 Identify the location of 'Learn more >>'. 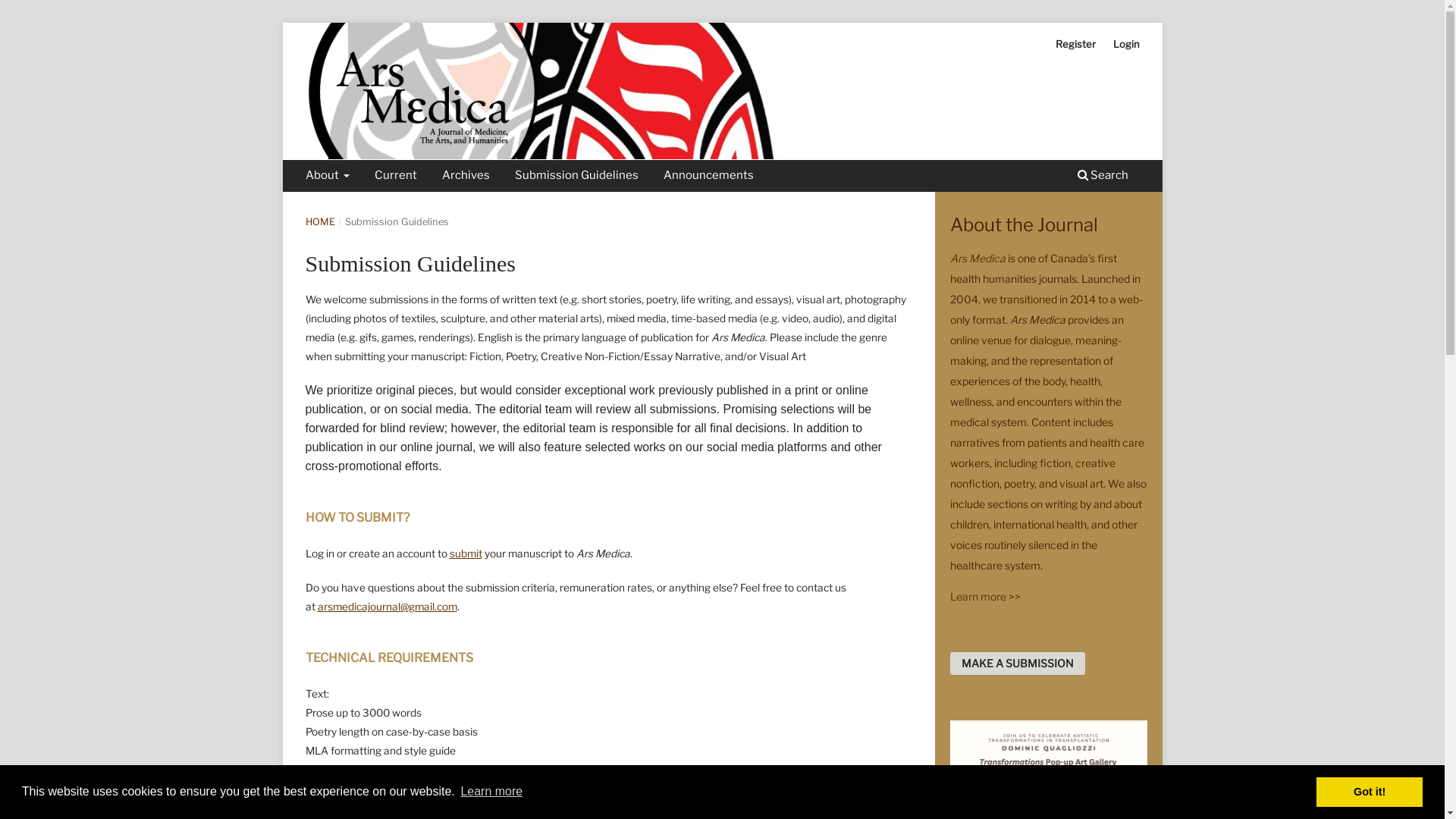
(984, 595).